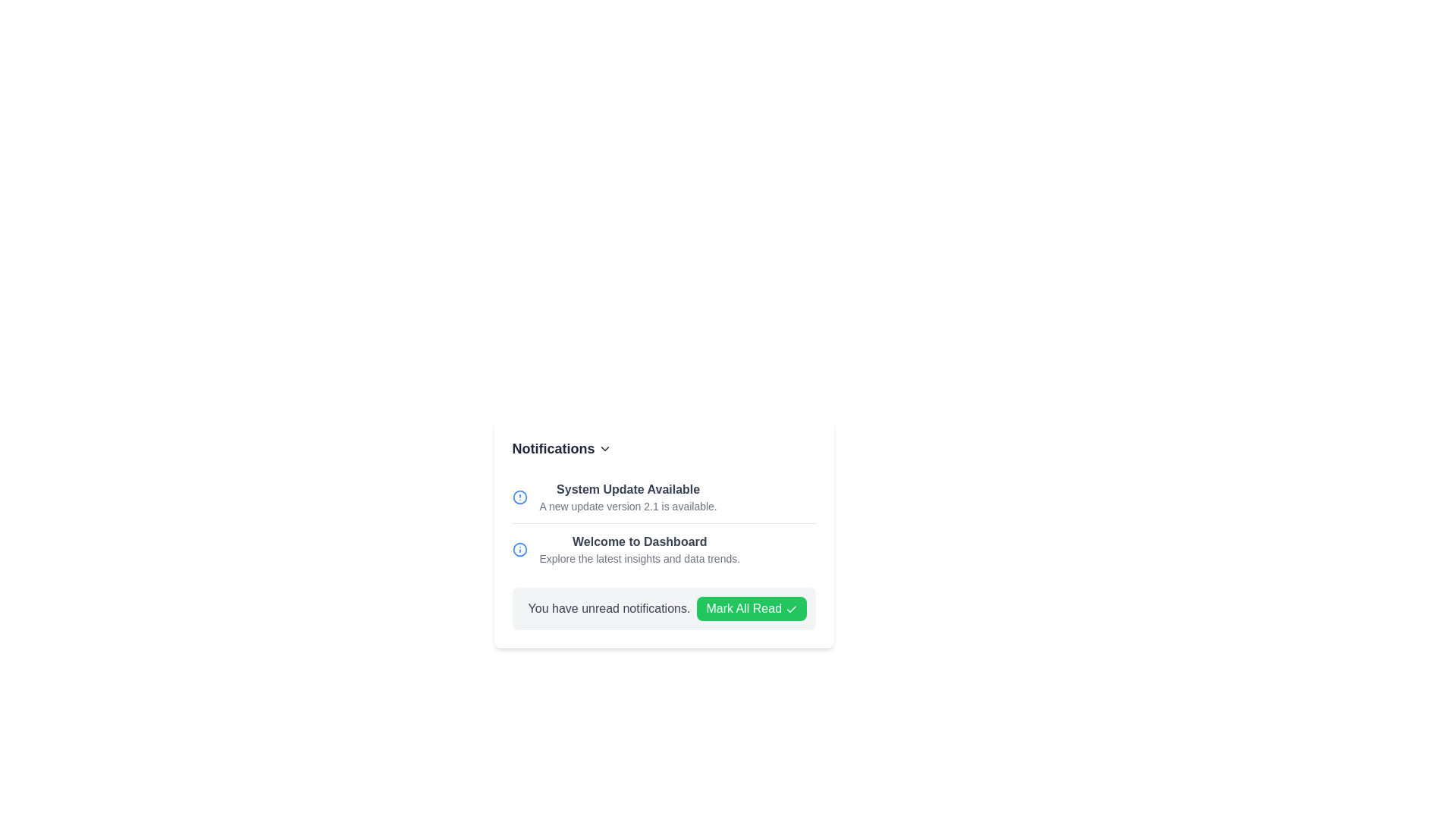  Describe the element at coordinates (790, 608) in the screenshot. I see `the checkmark icon within the 'Mark All Read' button` at that location.